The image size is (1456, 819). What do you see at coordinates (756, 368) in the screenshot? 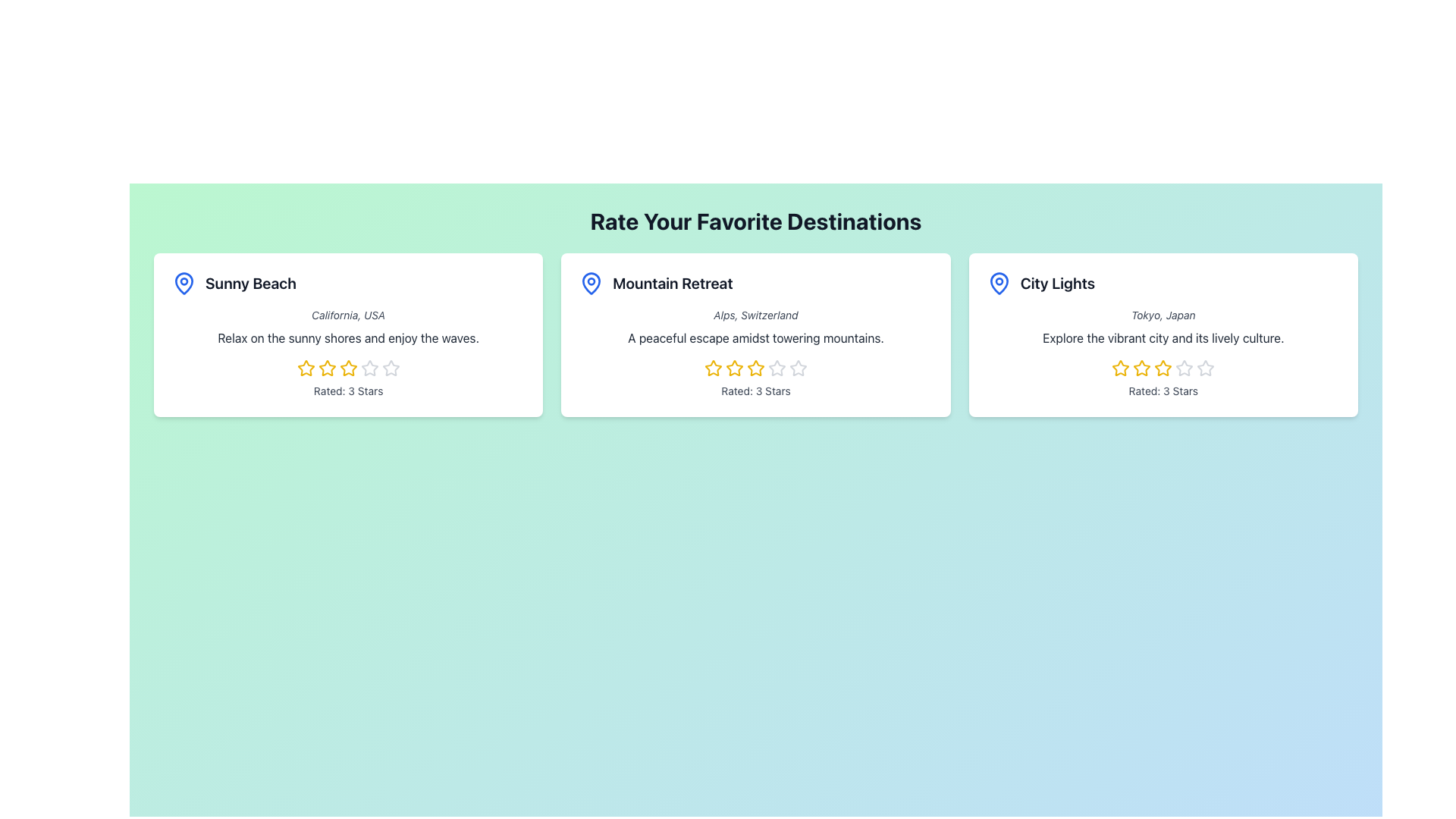
I see `the third interactive yellow star icon in the rating section of the 'Mountain Retreat' card` at bounding box center [756, 368].